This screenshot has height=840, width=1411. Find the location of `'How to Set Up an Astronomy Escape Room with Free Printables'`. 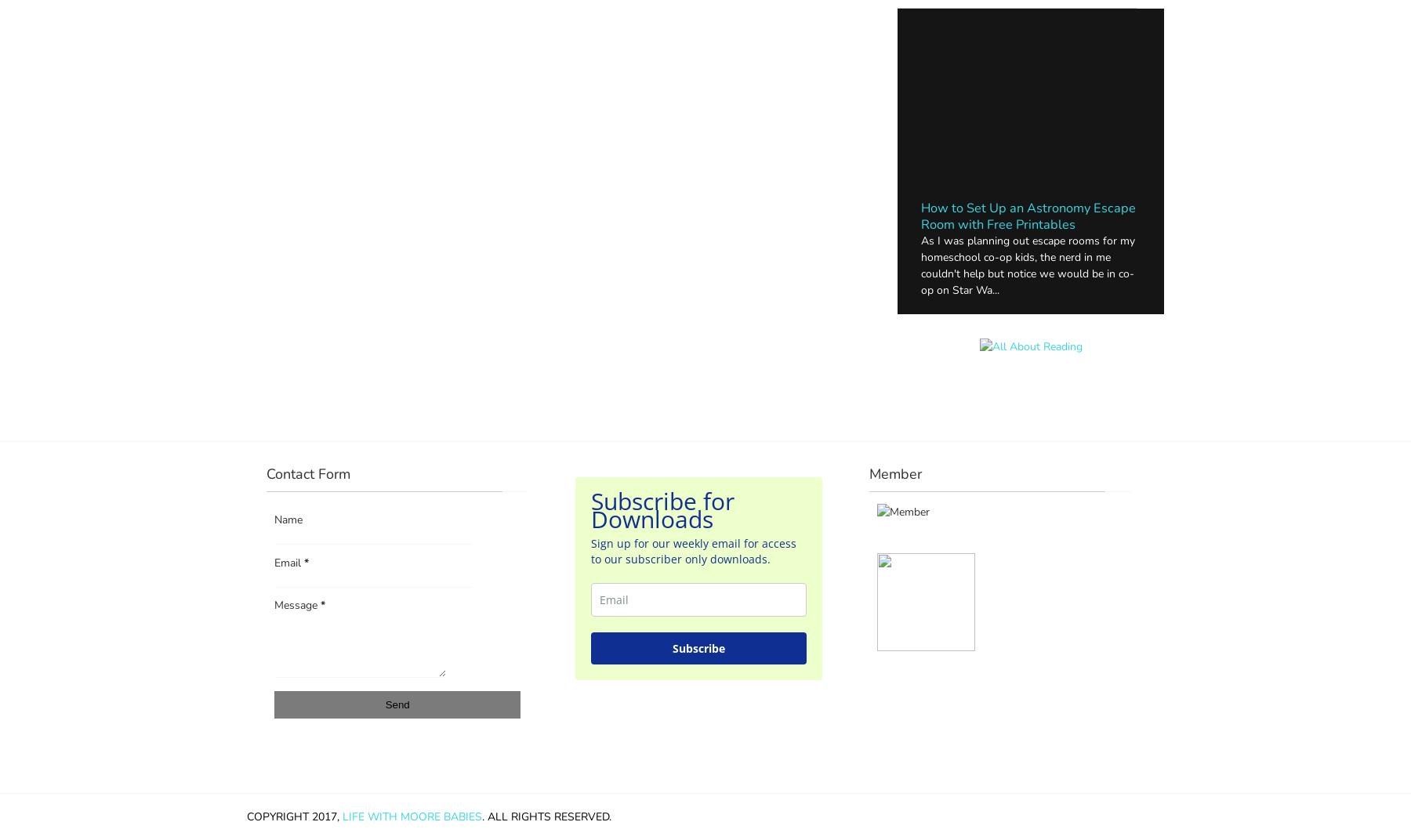

'How to Set Up an Astronomy Escape Room with Free Printables' is located at coordinates (1028, 215).